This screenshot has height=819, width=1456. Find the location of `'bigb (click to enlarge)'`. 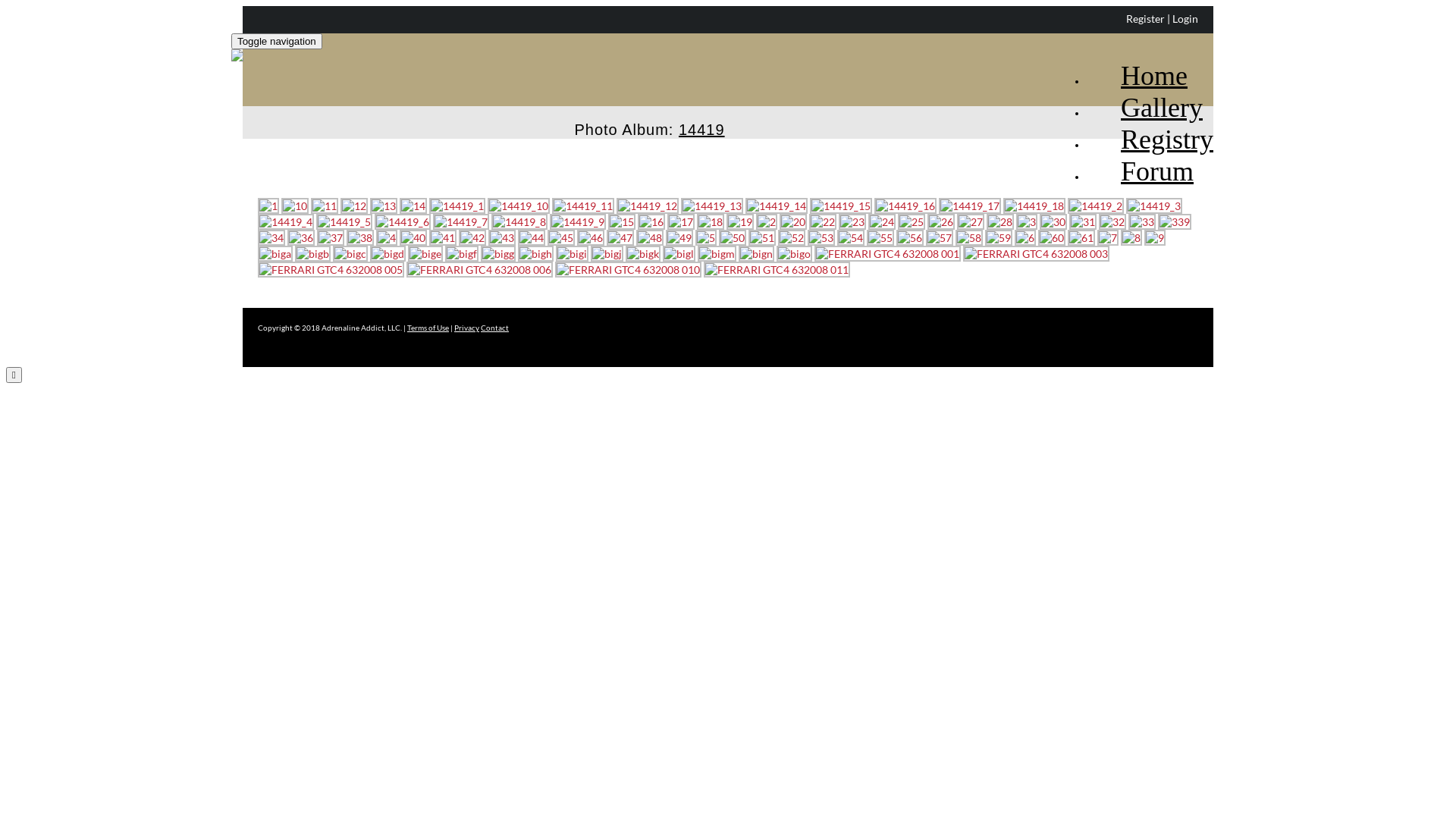

'bigb (click to enlarge)' is located at coordinates (312, 253).